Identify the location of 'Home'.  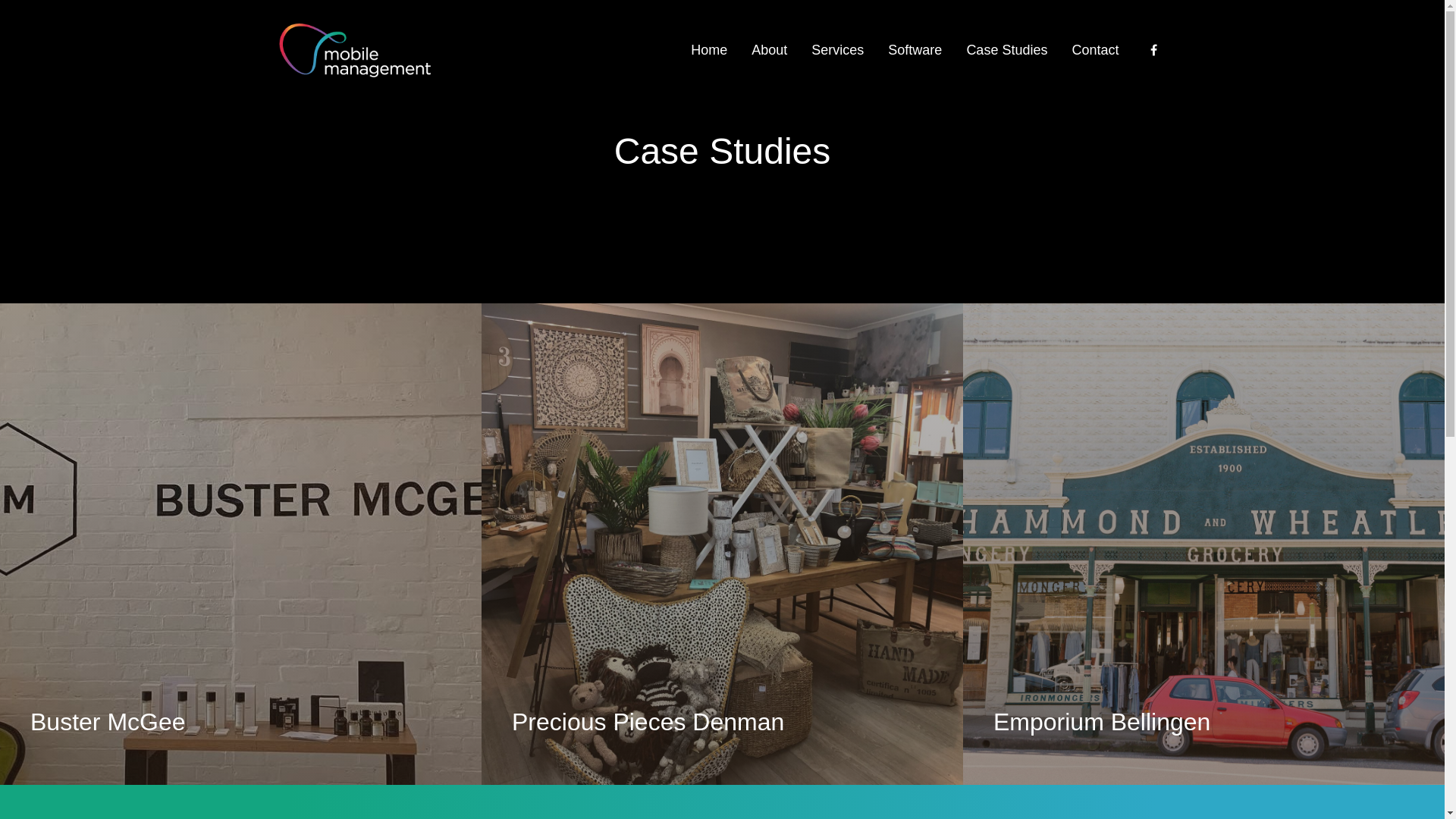
(708, 49).